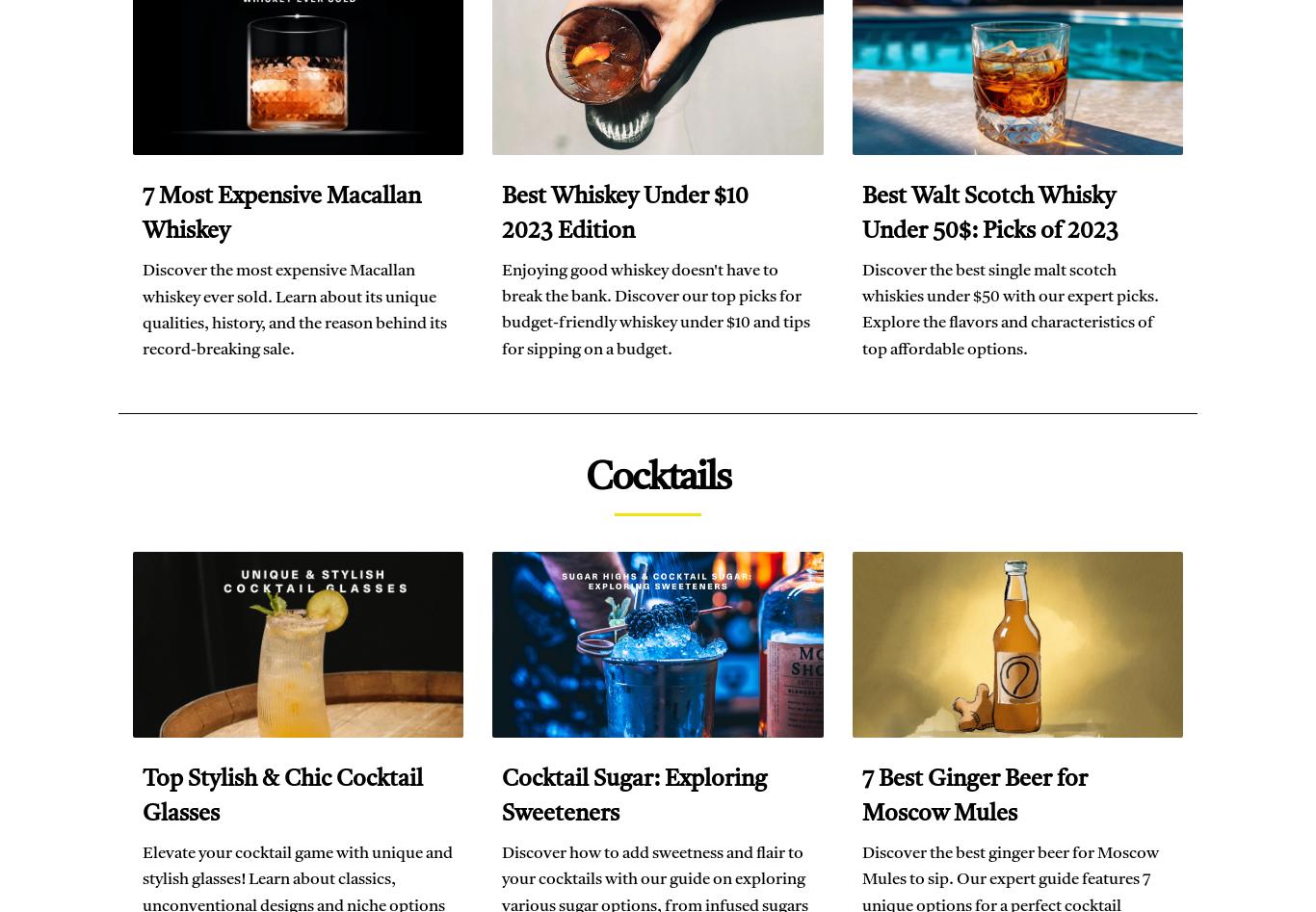 This screenshot has width=1316, height=912. Describe the element at coordinates (633, 796) in the screenshot. I see `'Cocktail Sugar: Exploring Sweeteners'` at that location.